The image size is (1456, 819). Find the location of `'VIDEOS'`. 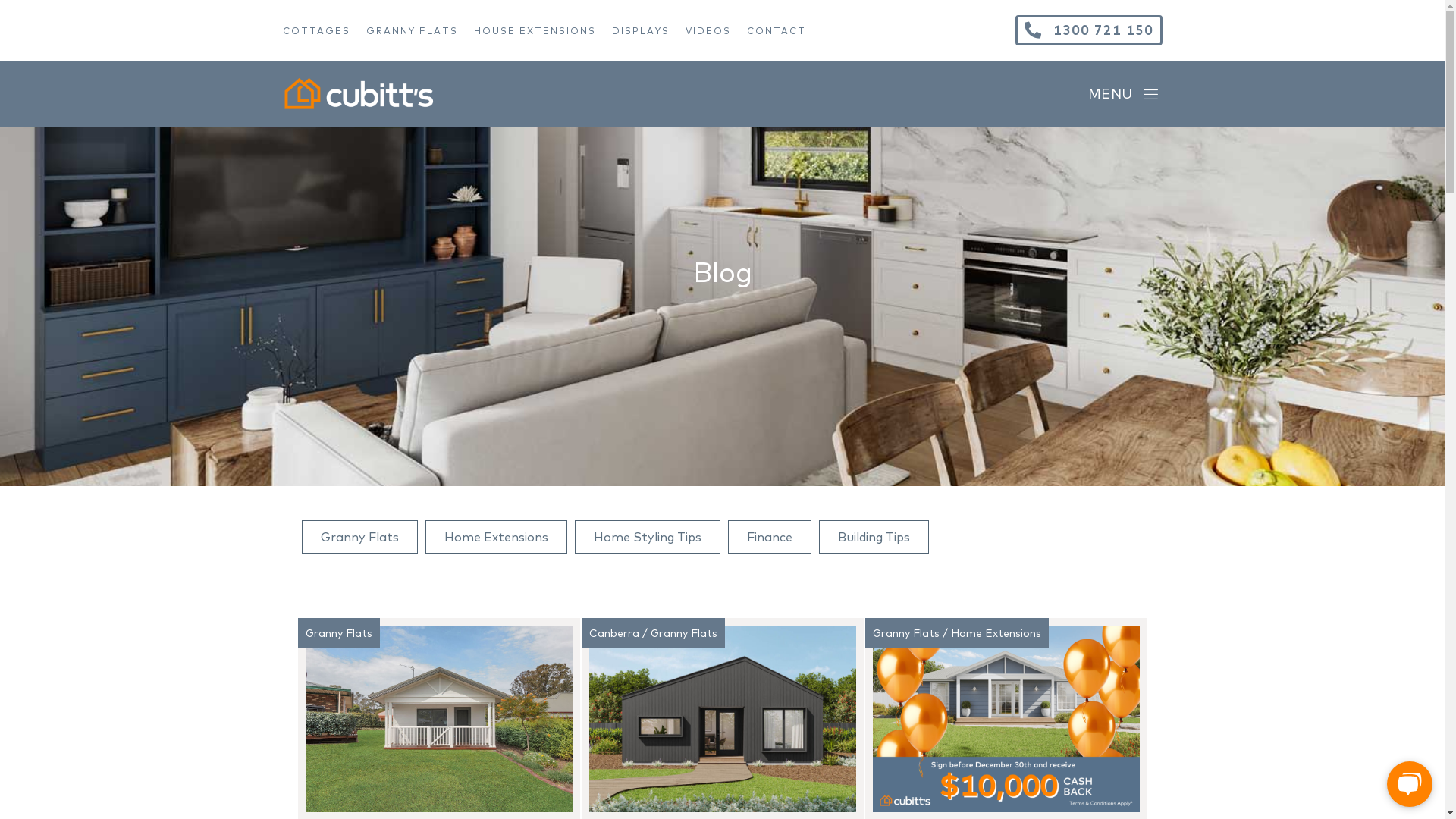

'VIDEOS' is located at coordinates (715, 30).